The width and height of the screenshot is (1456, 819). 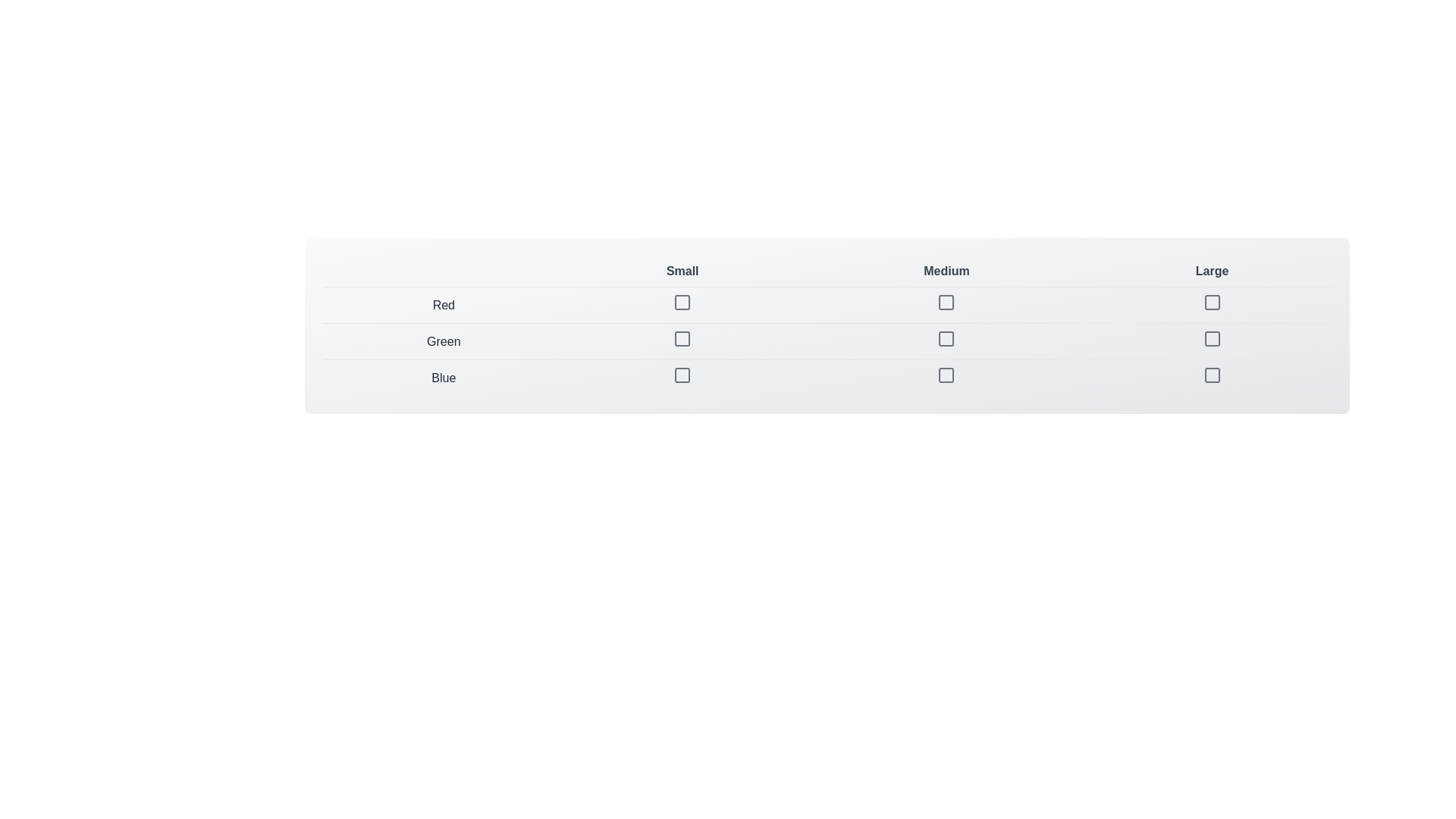 I want to click on the second checkbox in the first column under the 'Small' header, so click(x=682, y=338).